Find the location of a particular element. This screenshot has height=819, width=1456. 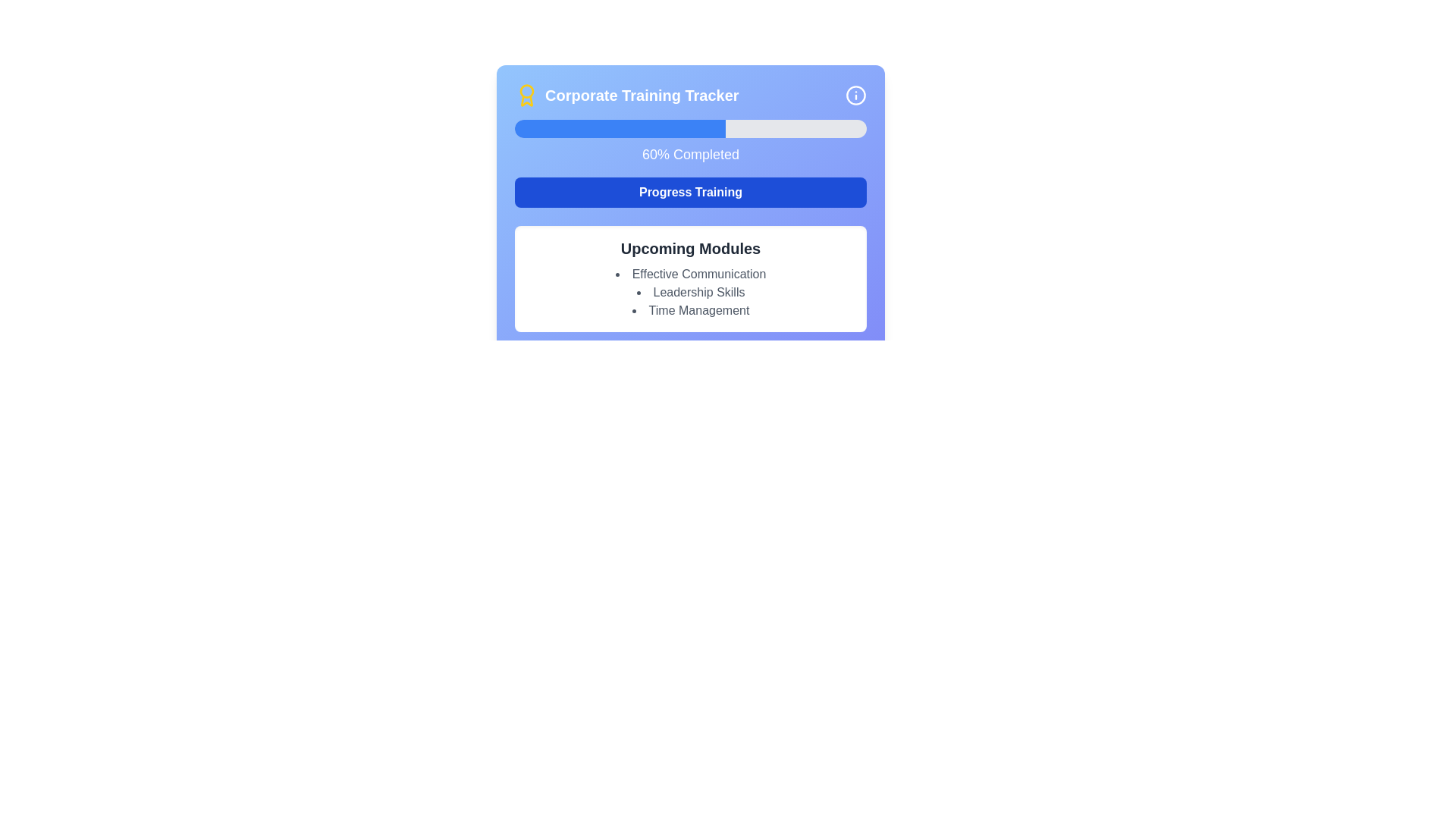

the button centered in the card layout that initiates or continues training progression is located at coordinates (690, 192).